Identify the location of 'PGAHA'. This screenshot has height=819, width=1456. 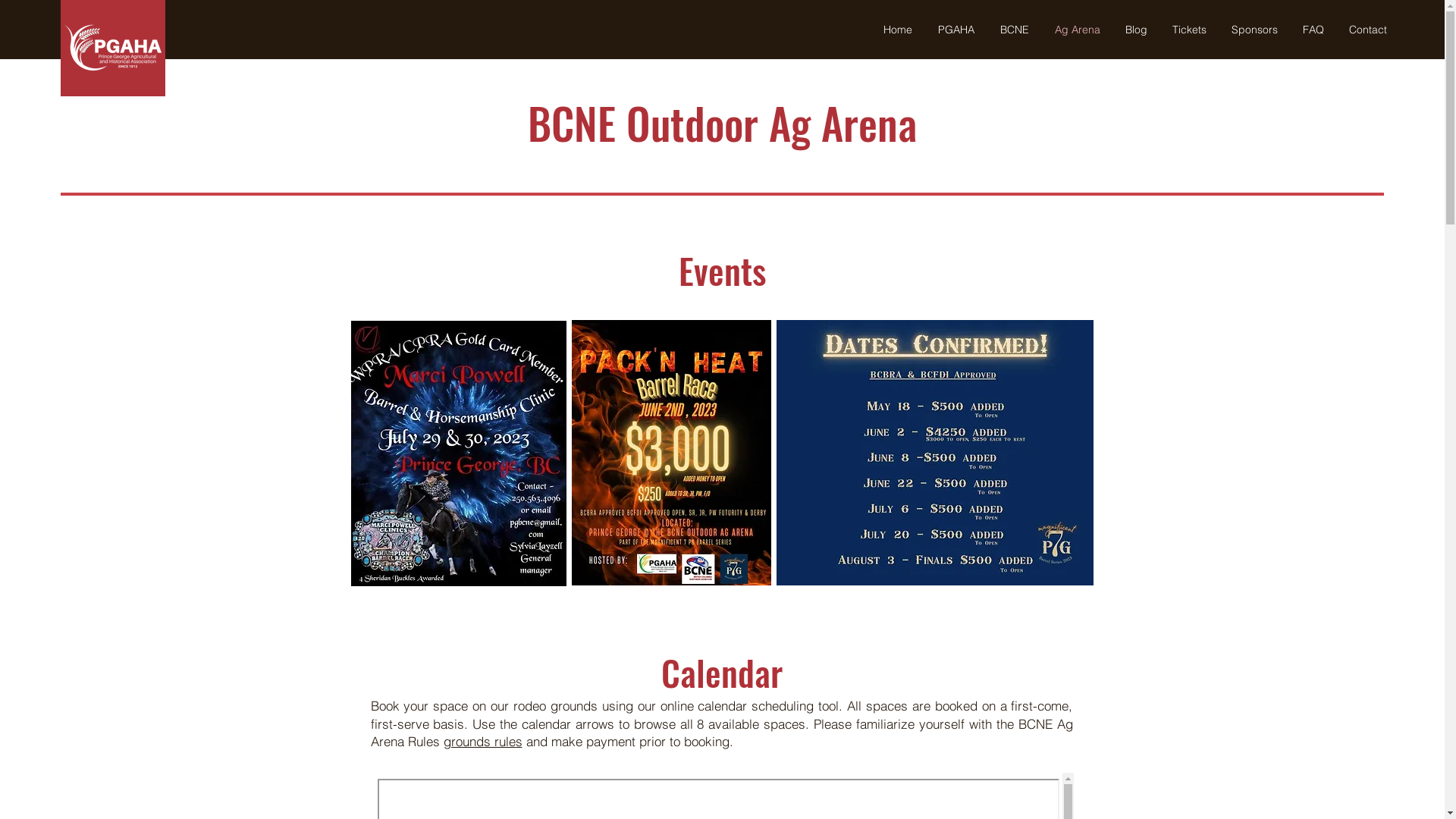
(955, 29).